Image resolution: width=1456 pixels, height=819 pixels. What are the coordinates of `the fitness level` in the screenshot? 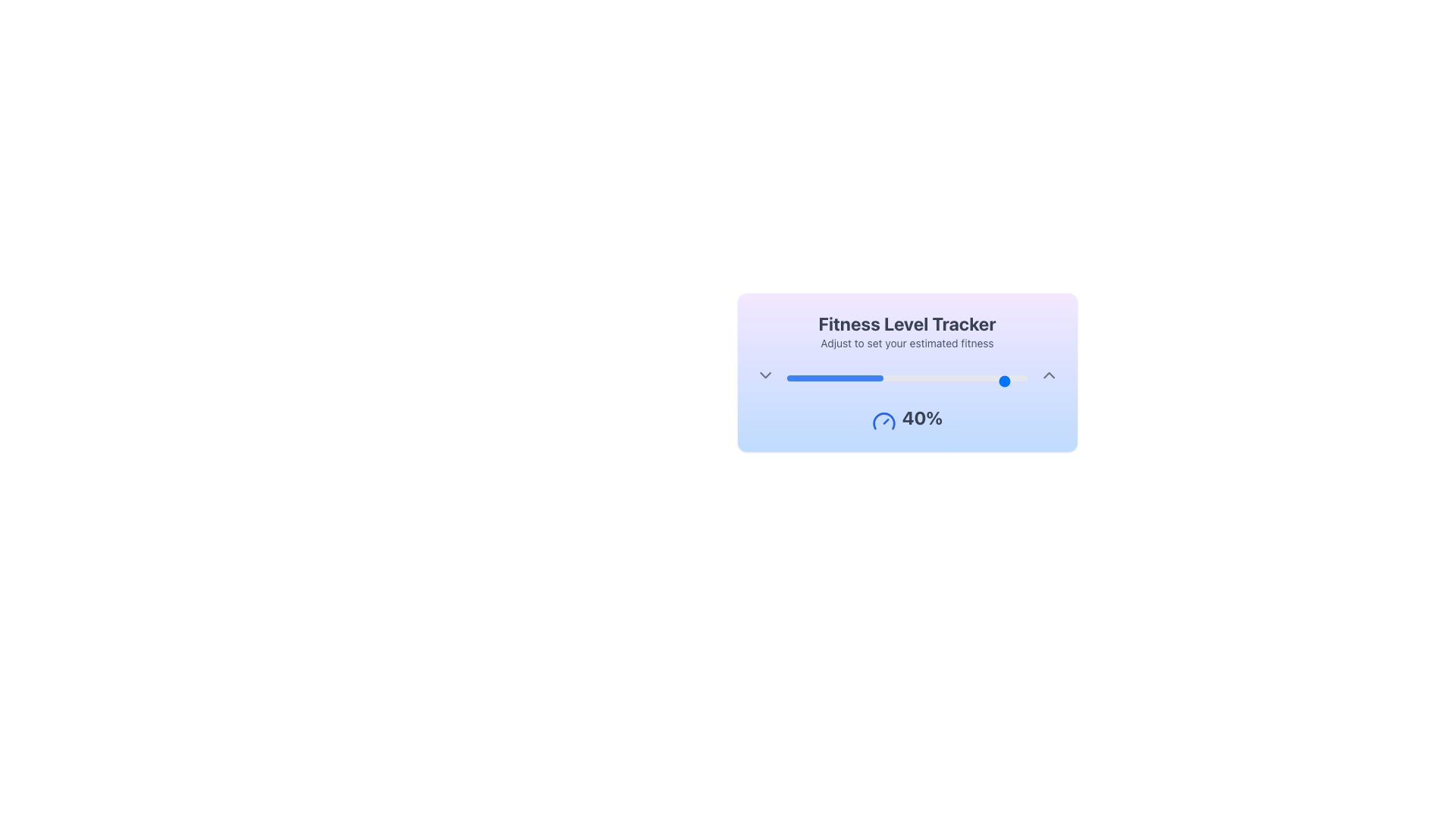 It's located at (1015, 377).